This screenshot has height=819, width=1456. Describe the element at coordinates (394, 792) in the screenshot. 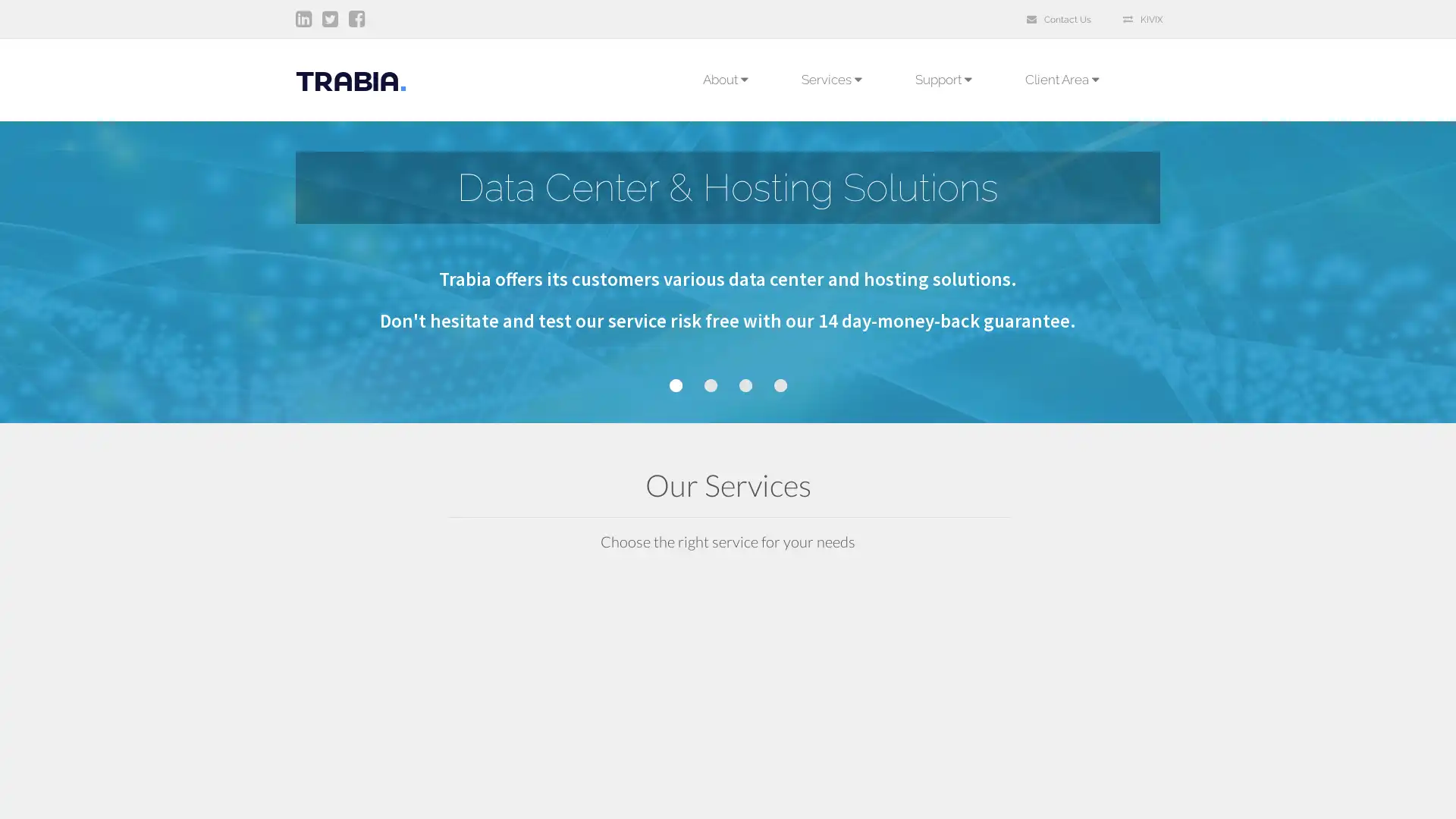

I see `See All` at that location.